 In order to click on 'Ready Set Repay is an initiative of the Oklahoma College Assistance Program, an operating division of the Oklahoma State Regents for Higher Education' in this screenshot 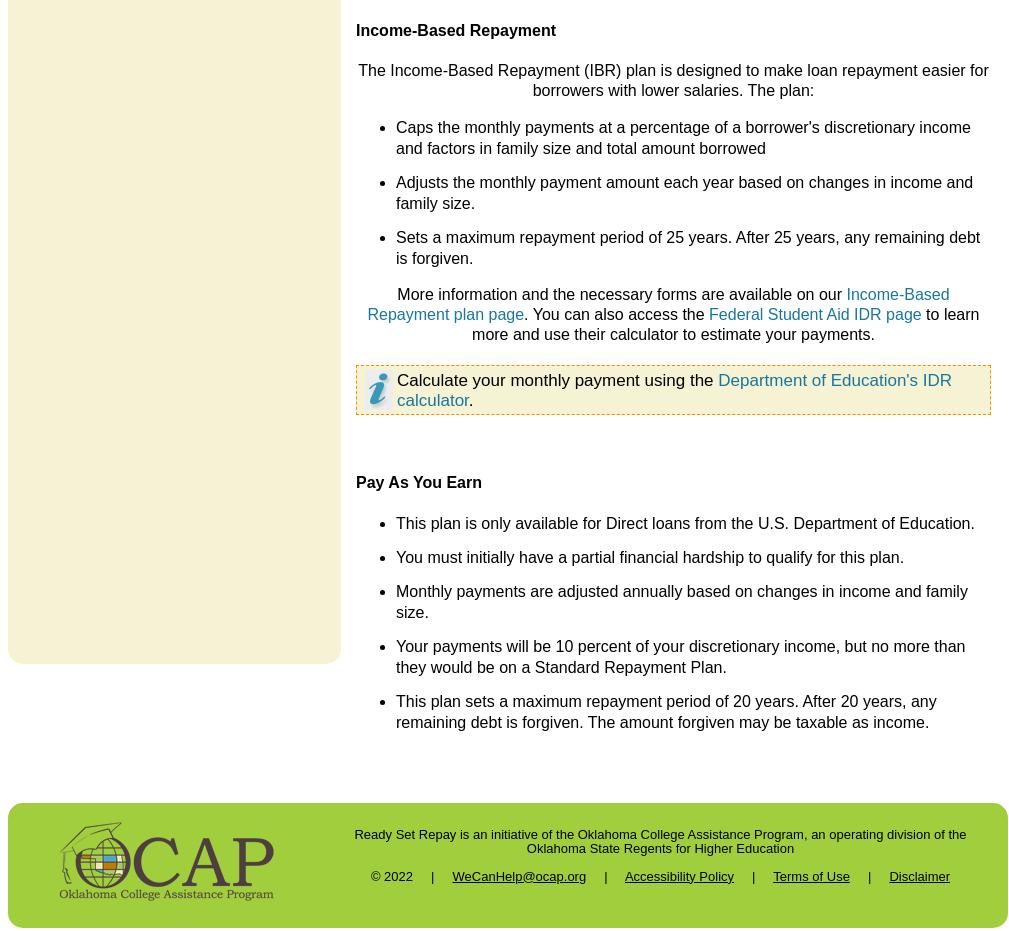, I will do `click(659, 839)`.